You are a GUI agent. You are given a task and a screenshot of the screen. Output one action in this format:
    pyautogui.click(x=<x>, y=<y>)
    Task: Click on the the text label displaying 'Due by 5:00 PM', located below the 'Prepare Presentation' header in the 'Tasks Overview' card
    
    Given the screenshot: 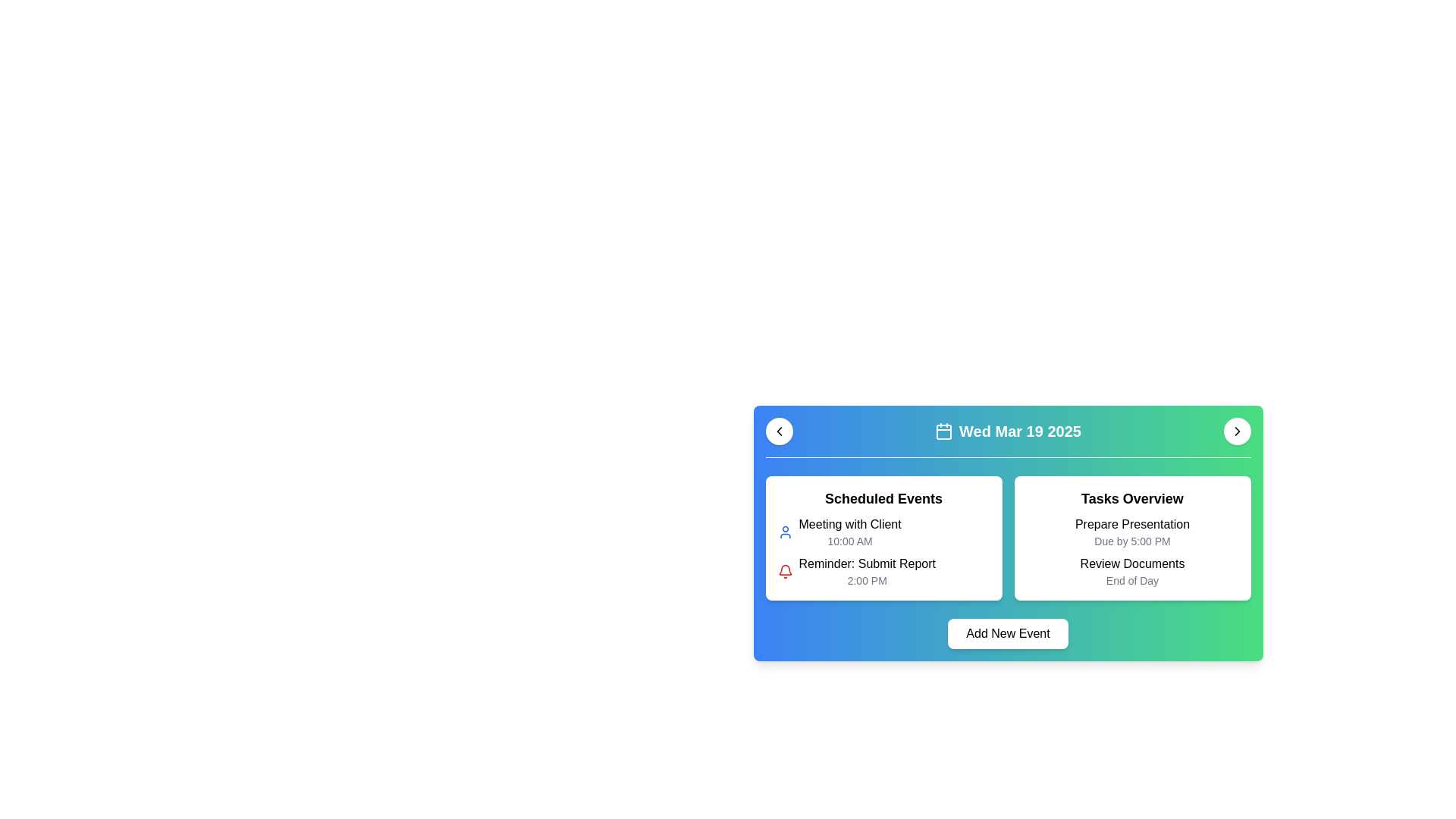 What is the action you would take?
    pyautogui.click(x=1132, y=540)
    